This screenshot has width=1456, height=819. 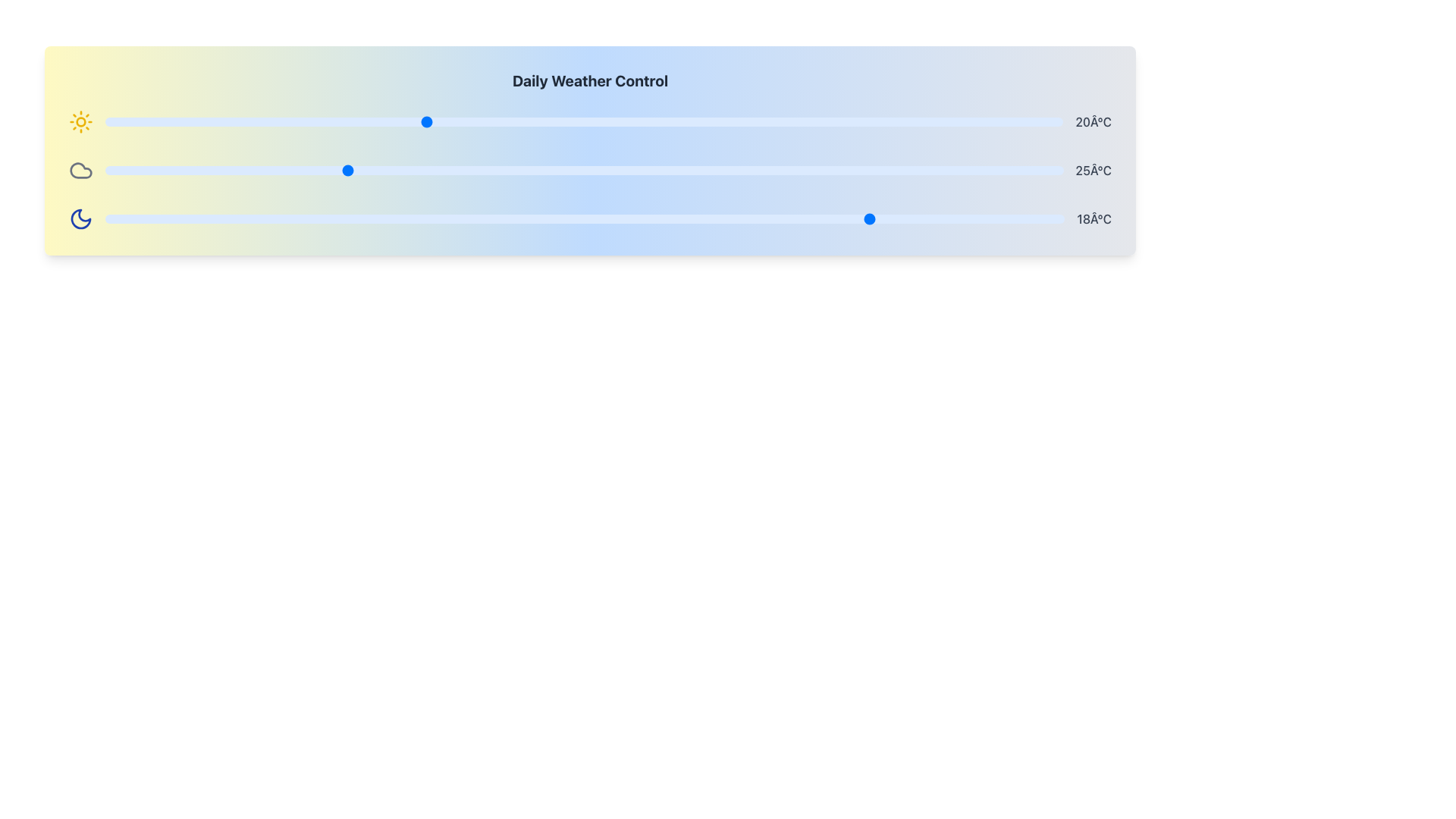 What do you see at coordinates (743, 121) in the screenshot?
I see `the morning temperature` at bounding box center [743, 121].